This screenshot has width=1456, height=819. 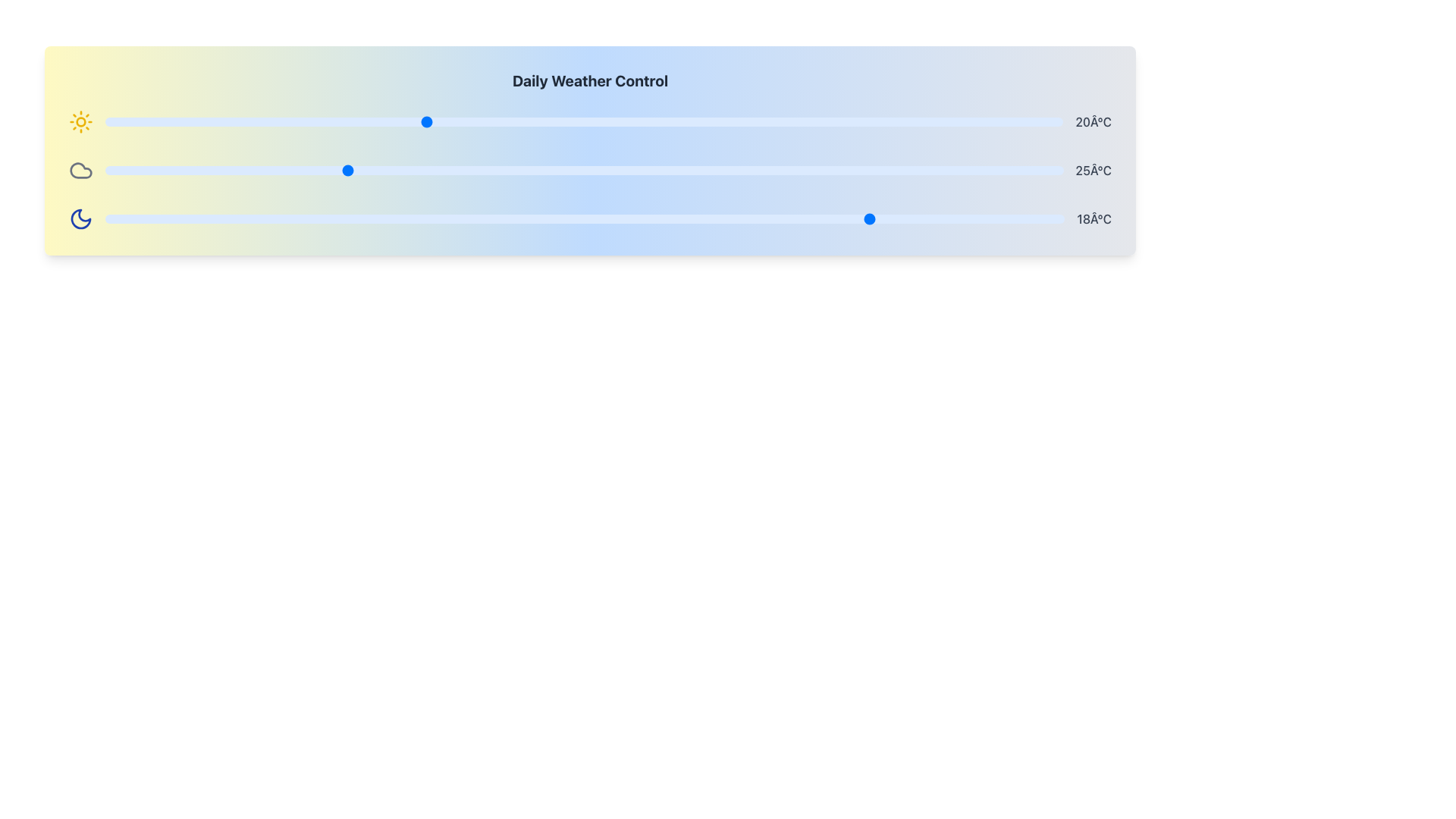 What do you see at coordinates (743, 121) in the screenshot?
I see `the morning temperature` at bounding box center [743, 121].